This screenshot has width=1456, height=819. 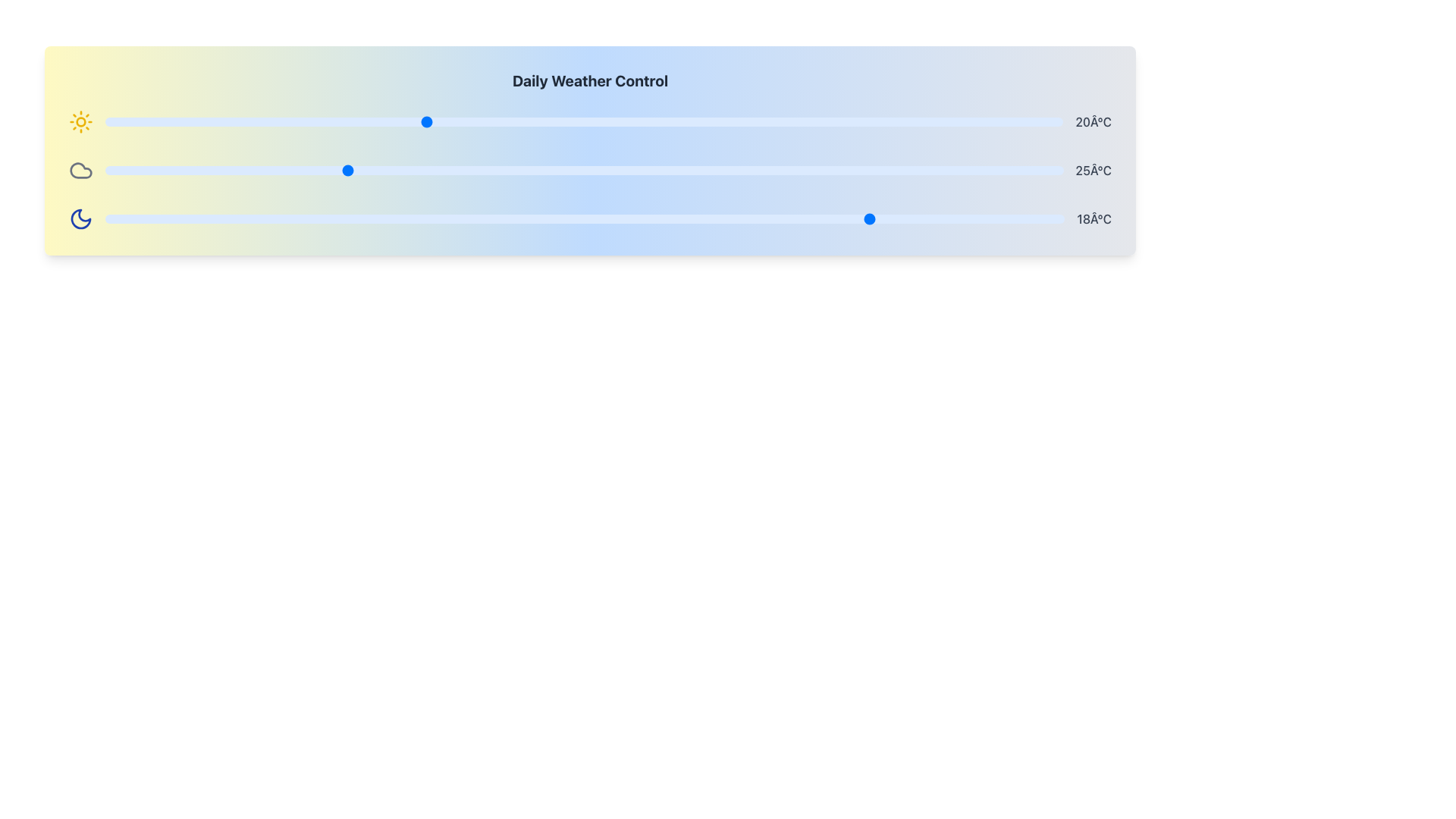 What do you see at coordinates (743, 121) in the screenshot?
I see `the morning temperature` at bounding box center [743, 121].